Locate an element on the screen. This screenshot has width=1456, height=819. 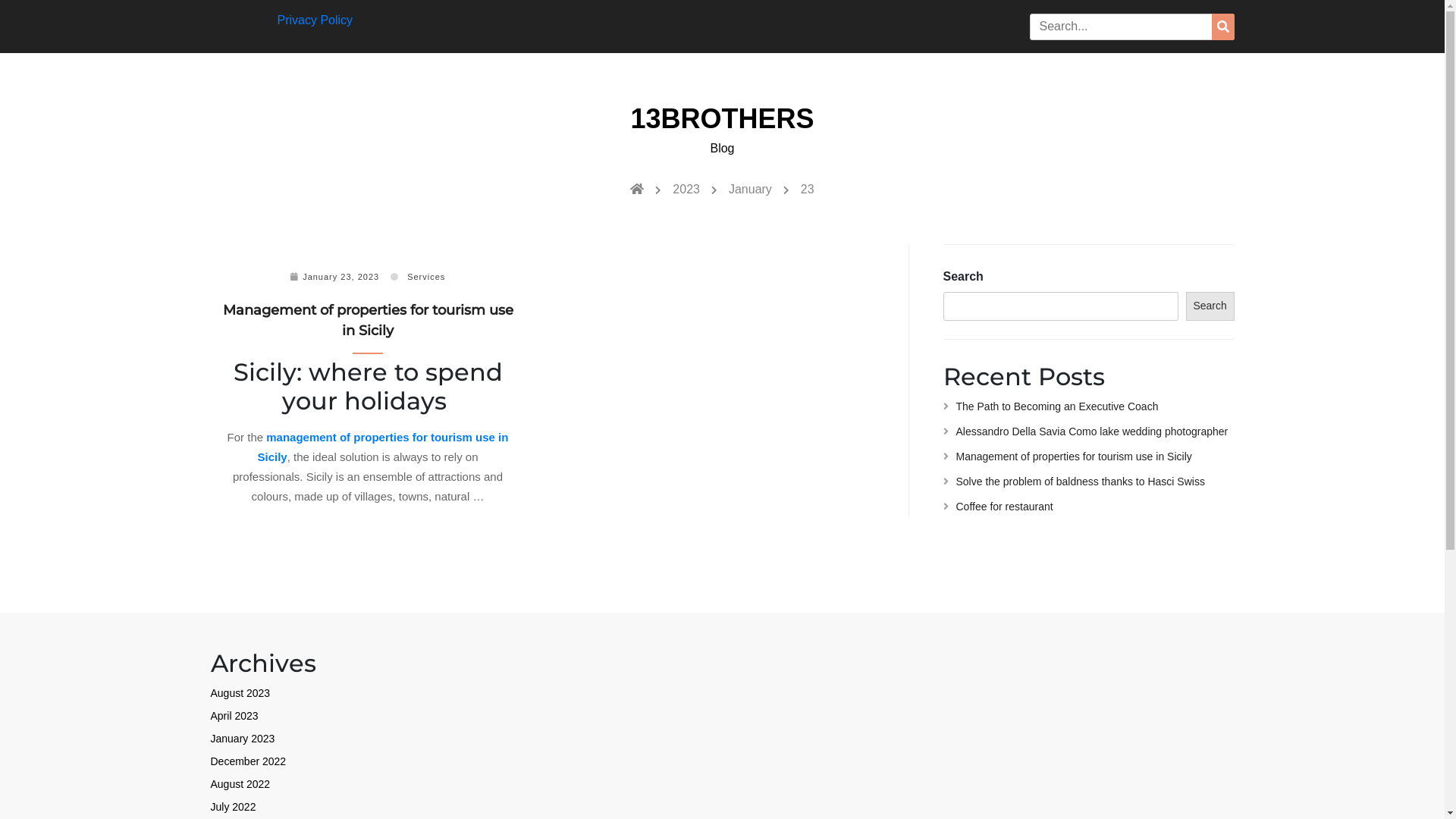
'Coffee for restaurant' is located at coordinates (998, 506).